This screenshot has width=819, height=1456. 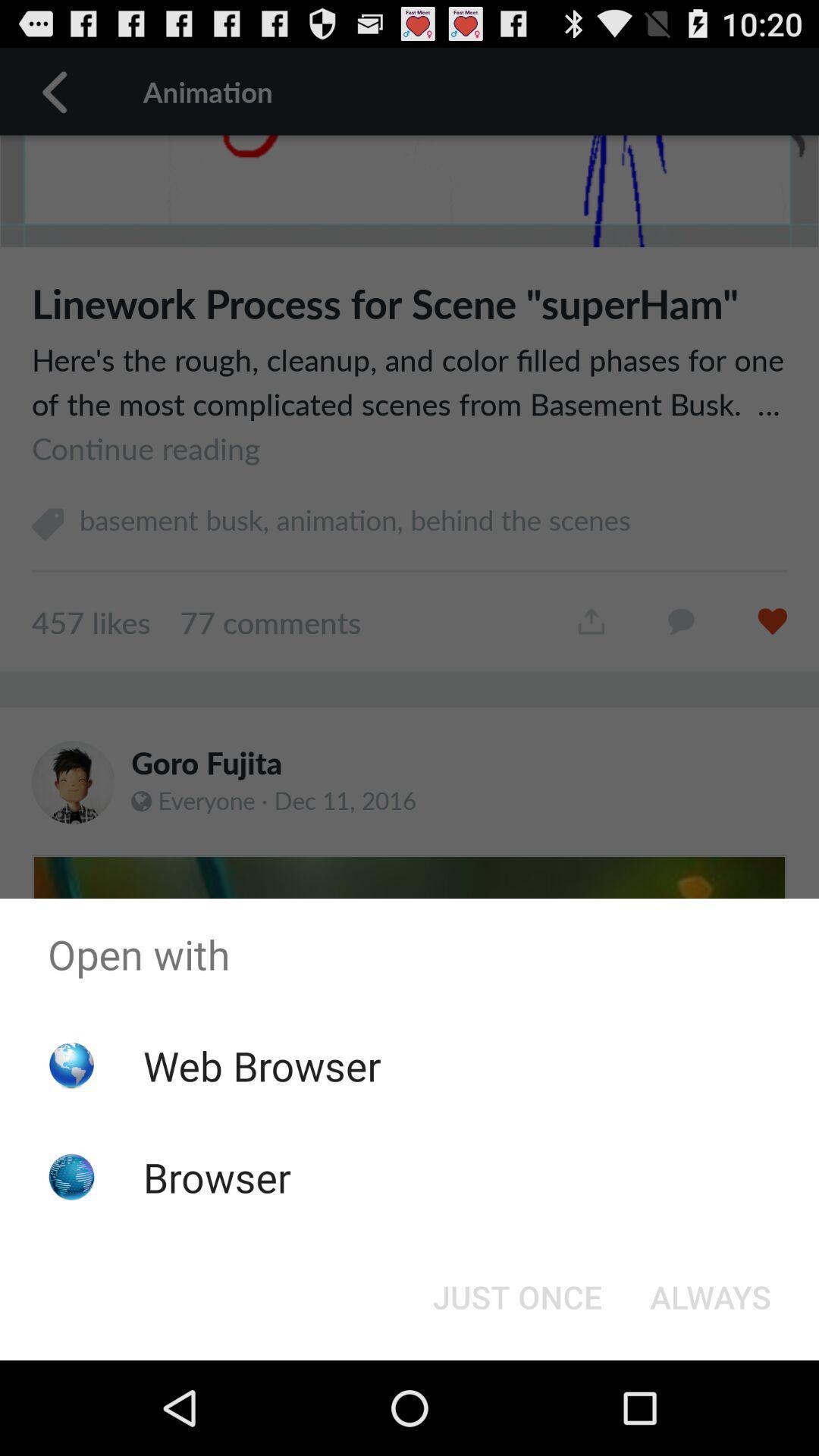 I want to click on button next to the always button, so click(x=516, y=1295).